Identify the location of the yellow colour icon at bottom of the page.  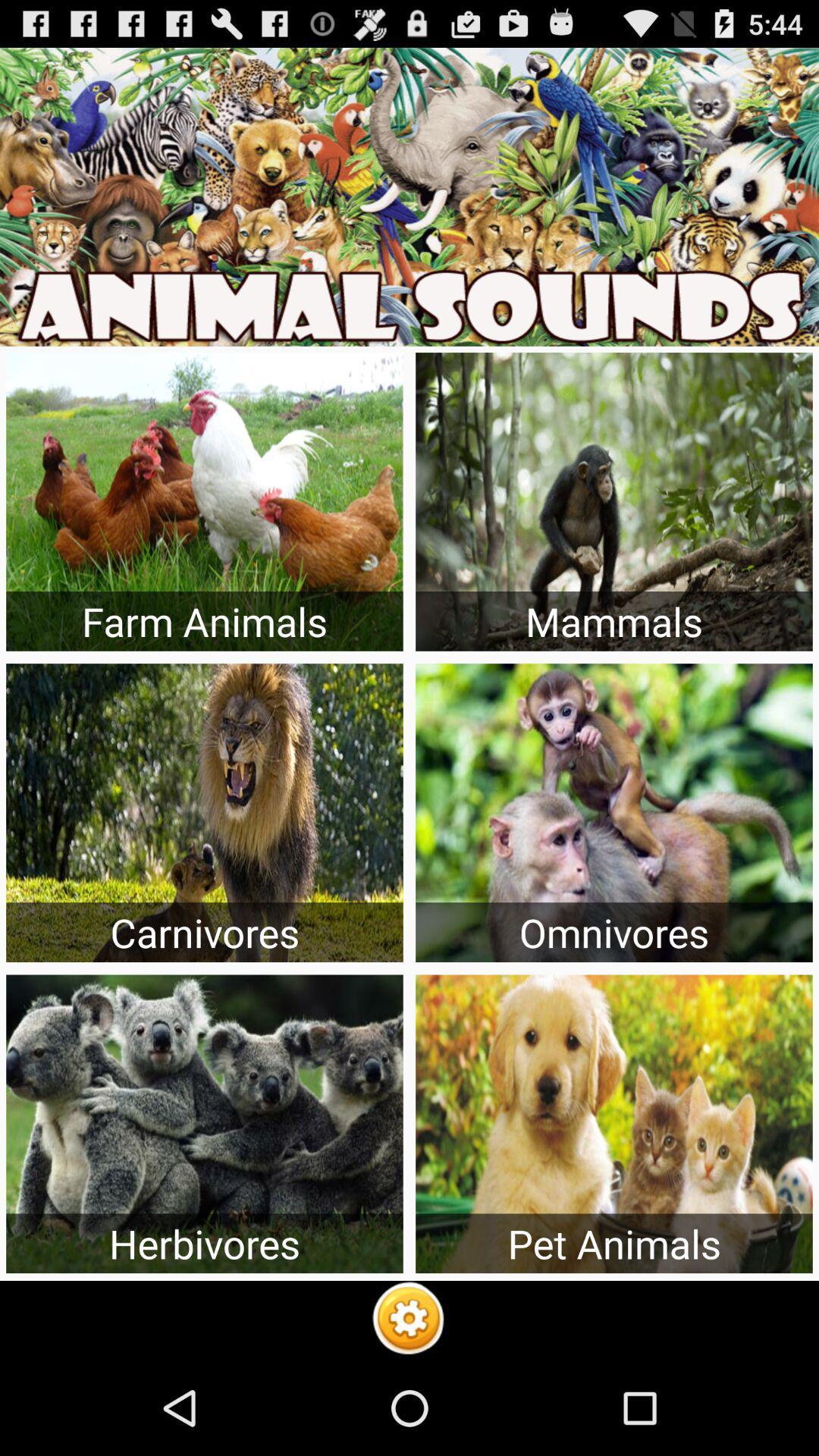
(408, 1319).